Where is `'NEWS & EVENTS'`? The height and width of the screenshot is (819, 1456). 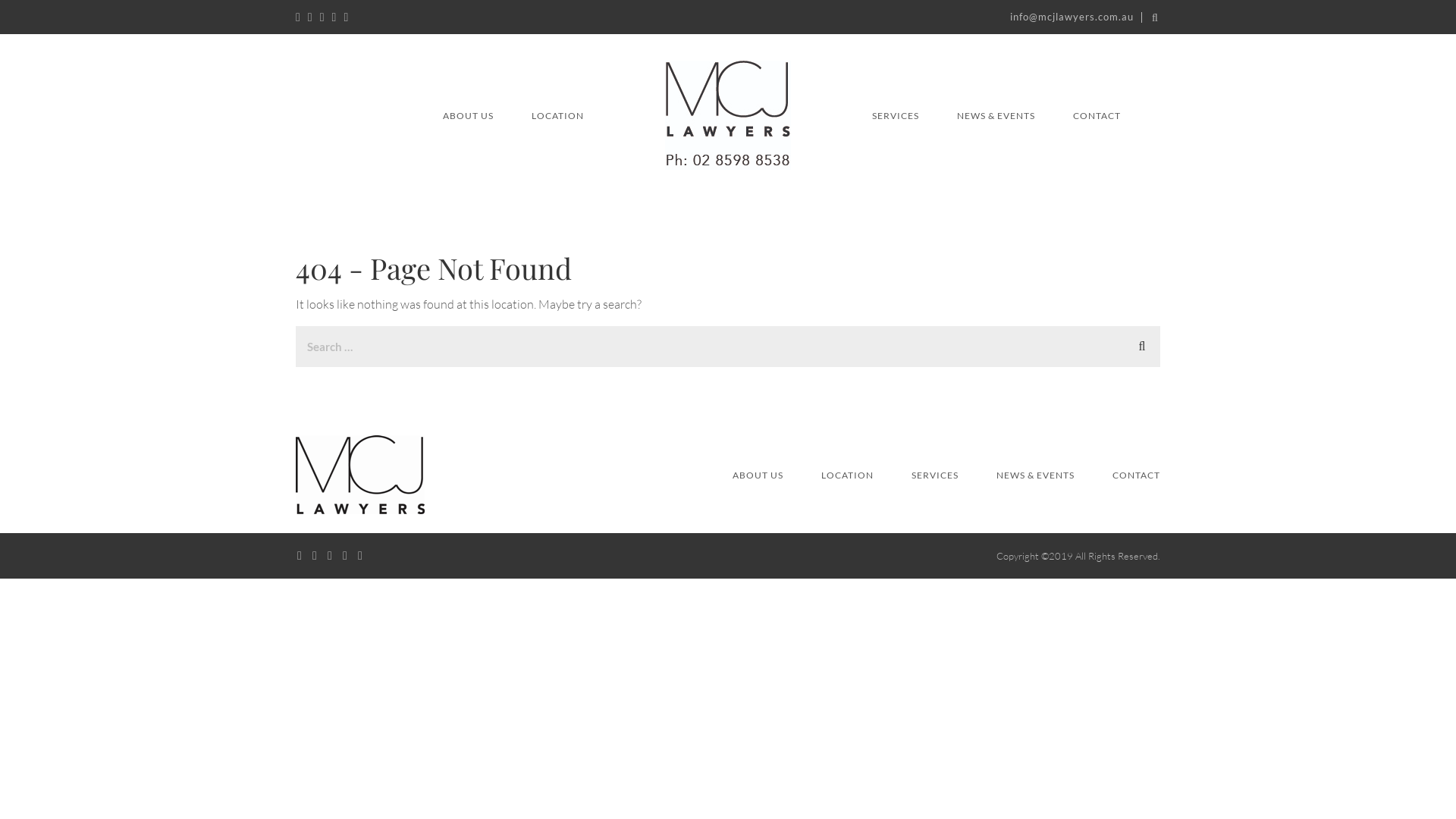
'NEWS & EVENTS' is located at coordinates (996, 115).